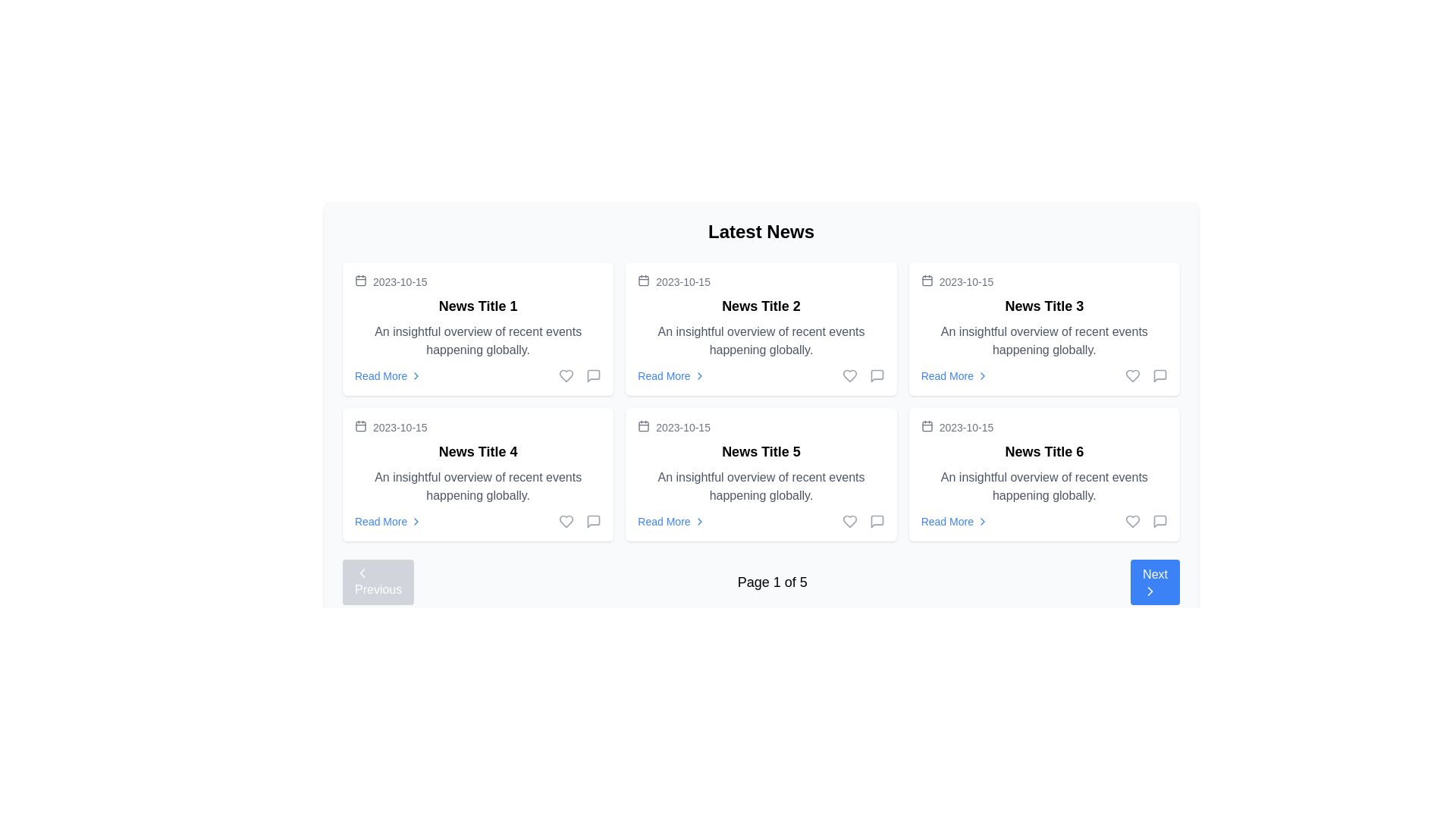 This screenshot has height=819, width=1456. What do you see at coordinates (983, 375) in the screenshot?
I see `the right-facing chevron icon indicating navigation or an expandable action, located to the right of the 'Read More' text in the card for 'News Title 3'` at bounding box center [983, 375].